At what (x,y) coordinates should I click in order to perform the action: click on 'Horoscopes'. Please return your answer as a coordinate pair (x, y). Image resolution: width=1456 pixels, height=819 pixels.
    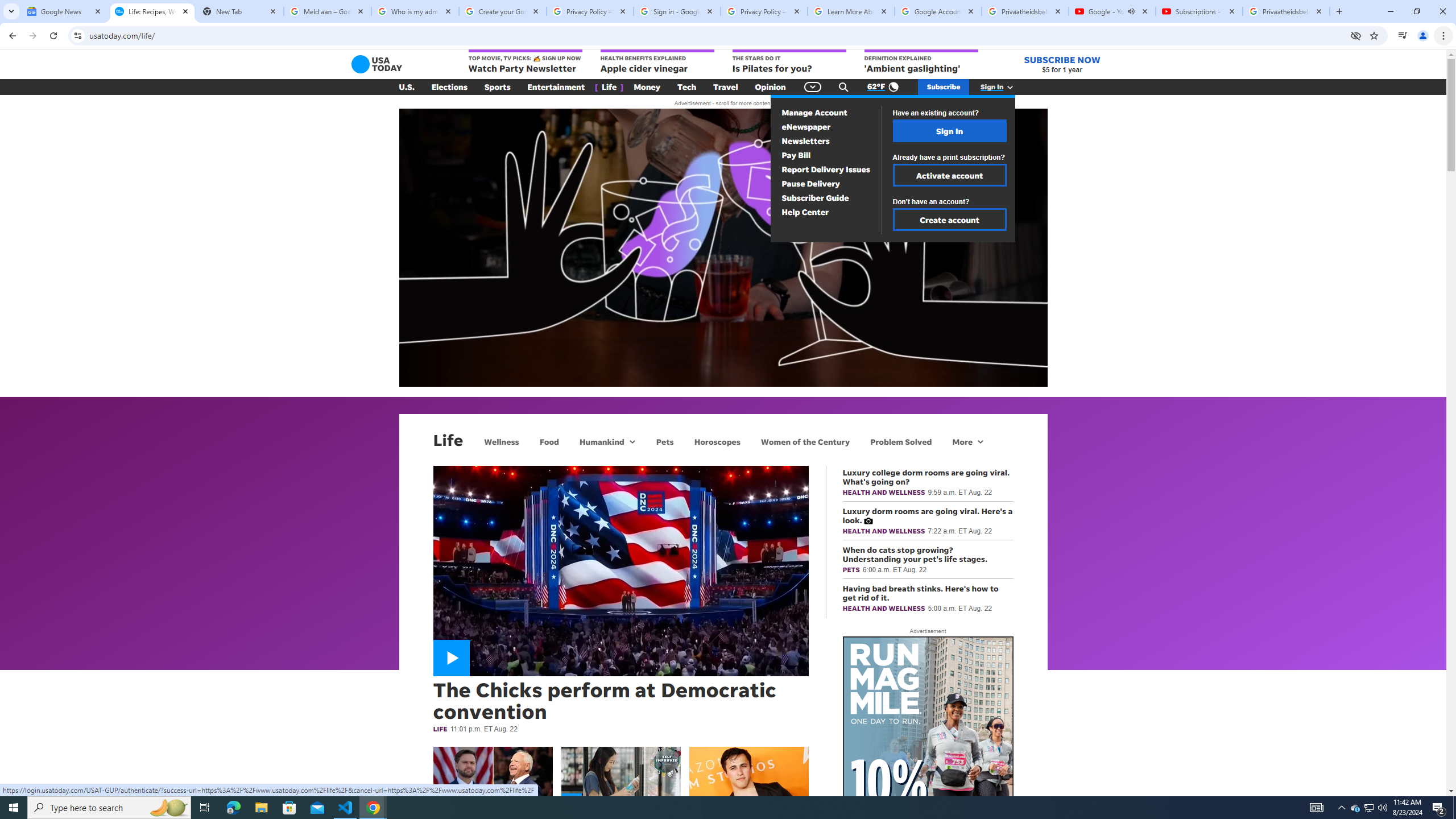
    Looking at the image, I should click on (716, 441).